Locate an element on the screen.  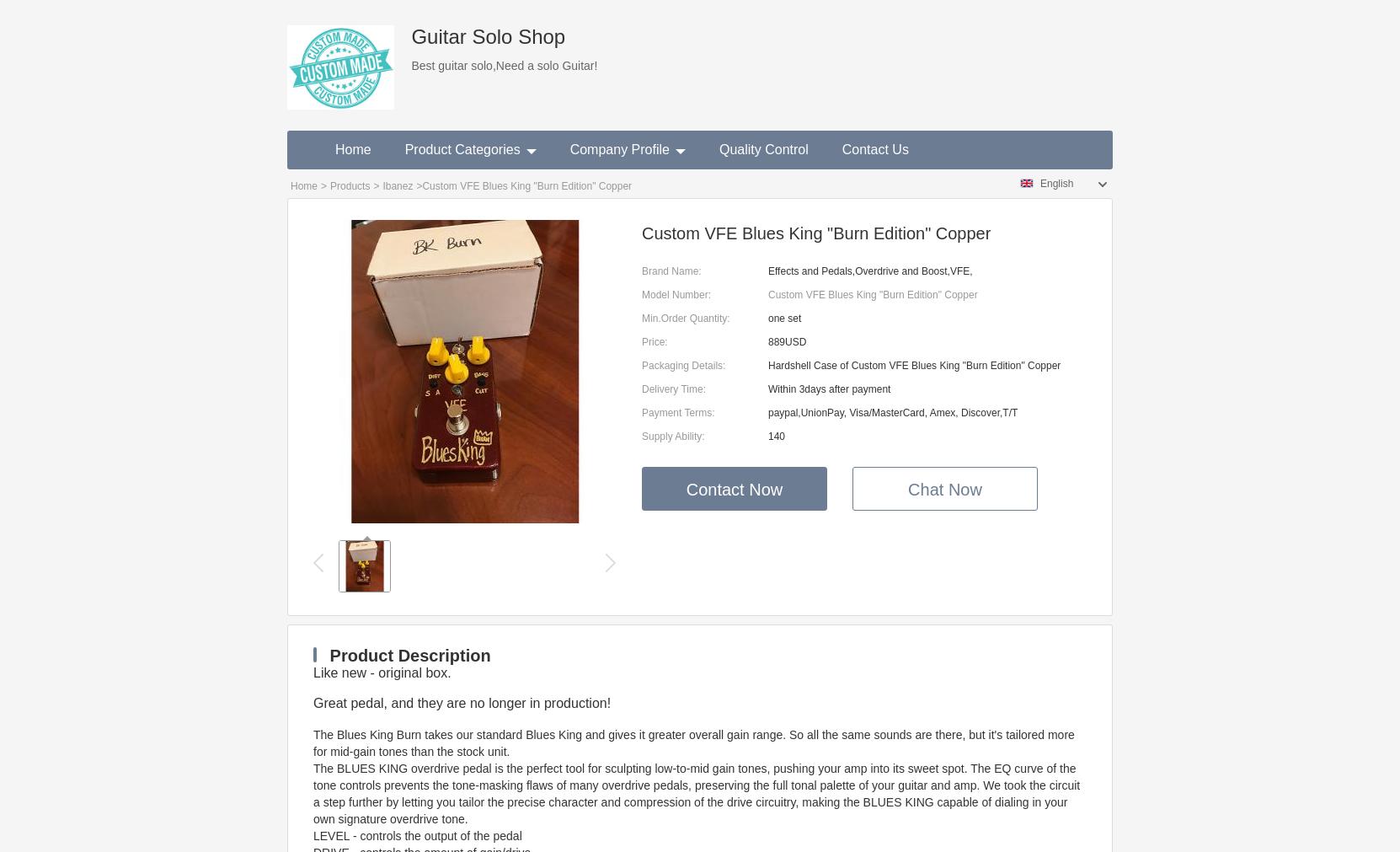
'Effects and Pedals,Overdrive and Boost,VFE,' is located at coordinates (868, 271).